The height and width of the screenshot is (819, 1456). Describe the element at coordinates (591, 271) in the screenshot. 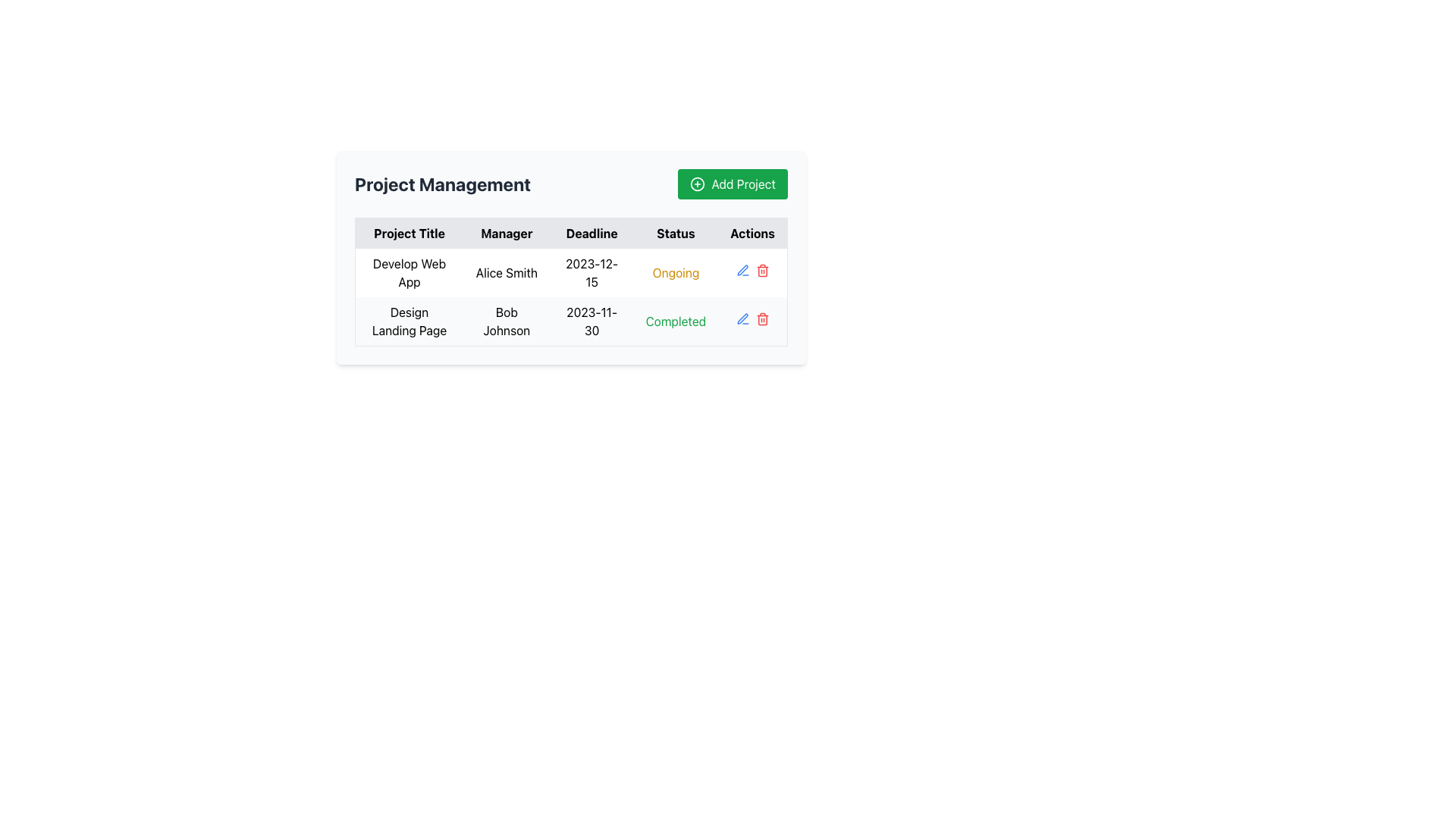

I see `the static text indicating the project deadline, located in the 'Deadline' column of the first row in the project's management table, between 'Manager' column with 'Alice Smith' and 'Status' column with 'Ongoing'` at that location.